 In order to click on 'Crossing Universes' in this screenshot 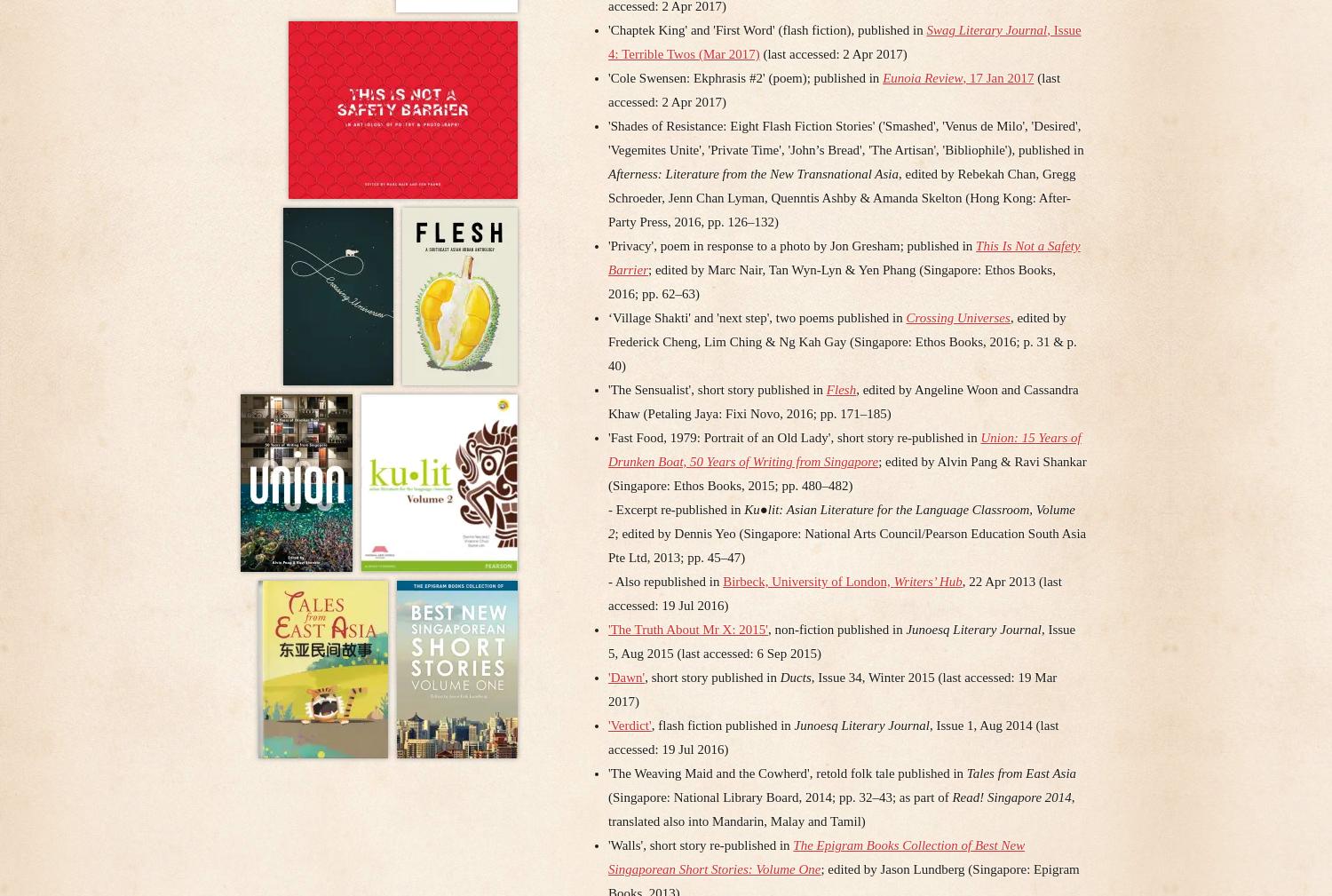, I will do `click(956, 316)`.